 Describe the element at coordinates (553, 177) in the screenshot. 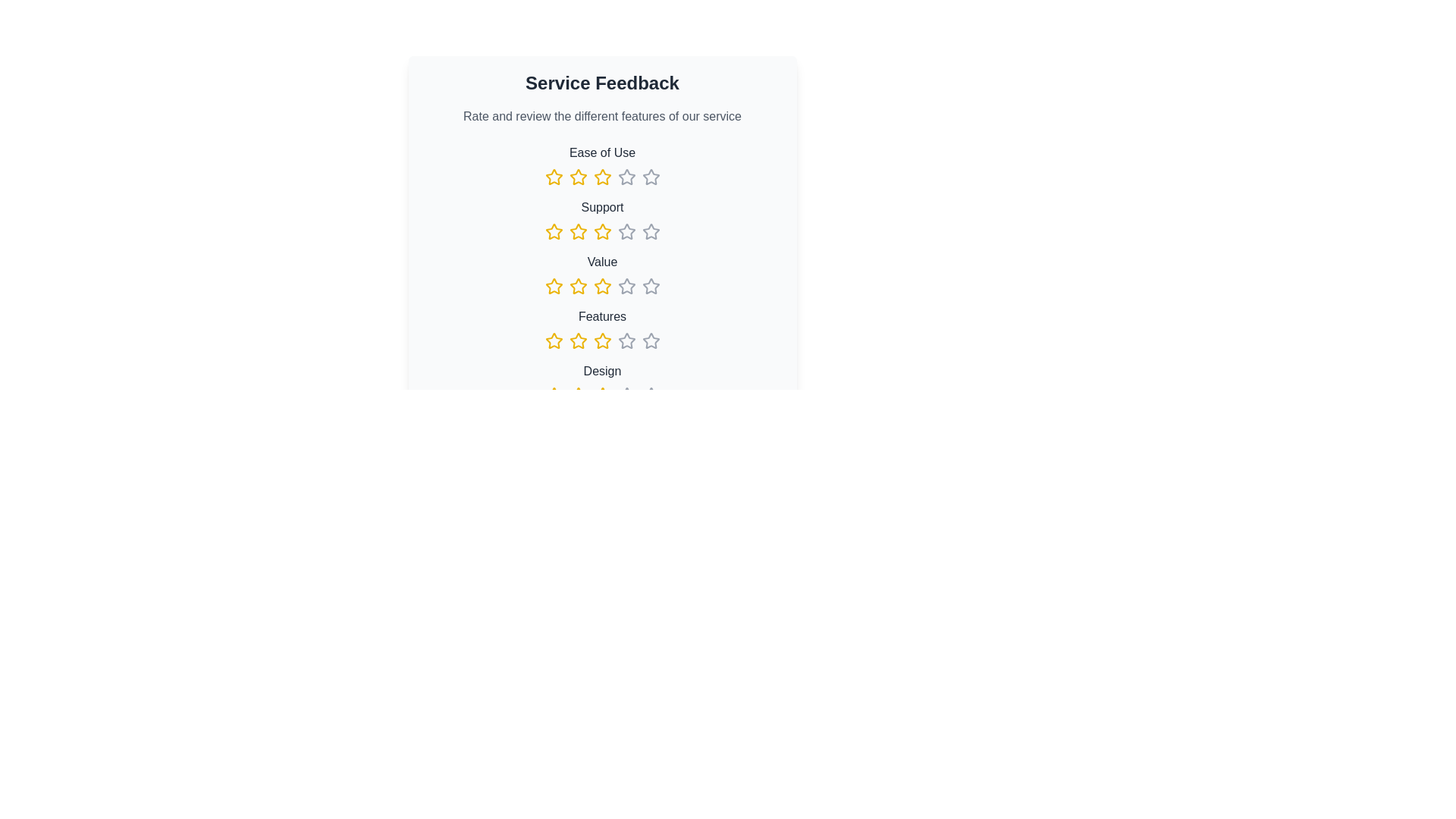

I see `the first rating star button under the 'Ease of Use' category to indicate a one-star rating` at that location.